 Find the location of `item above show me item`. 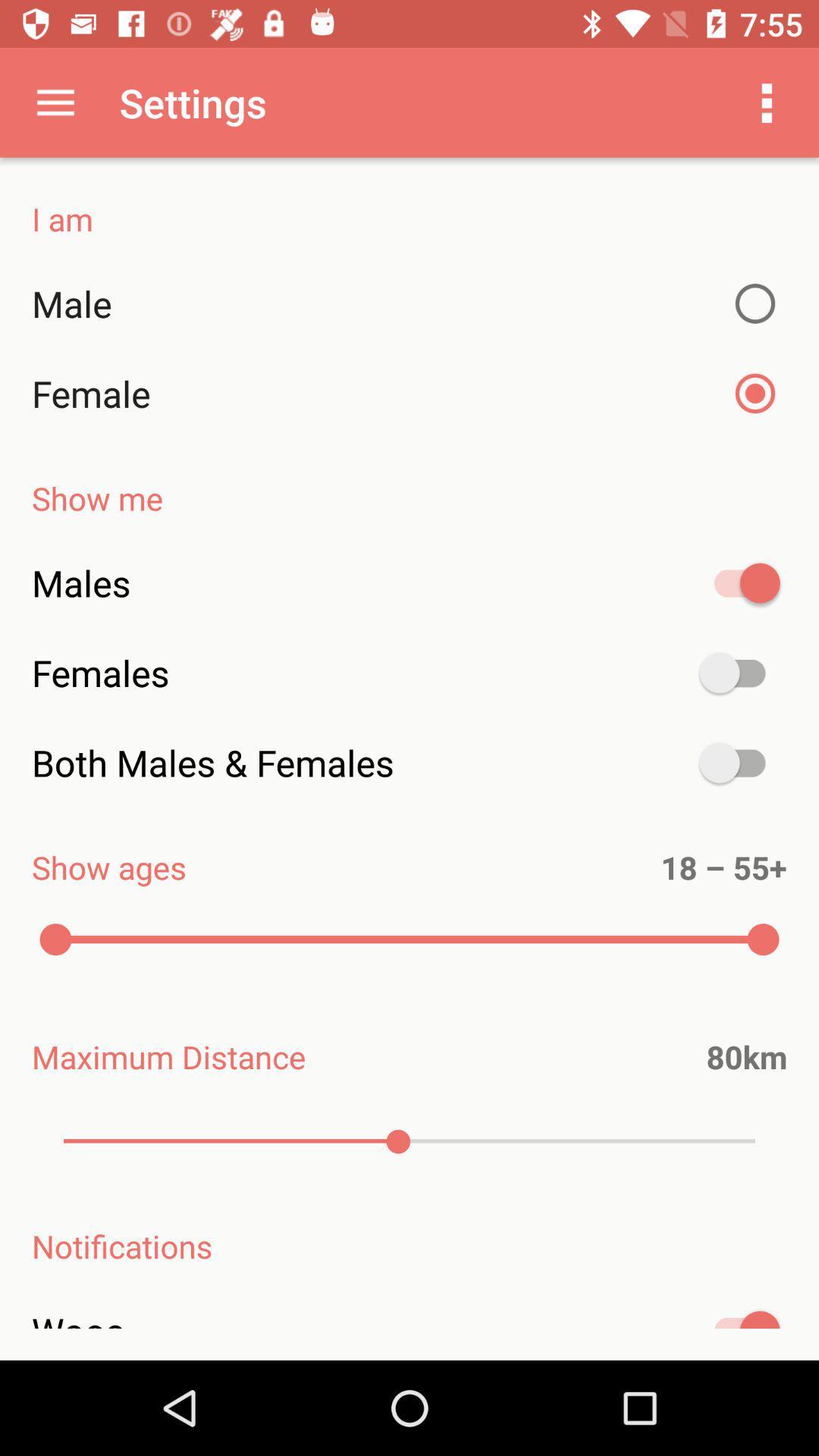

item above show me item is located at coordinates (409, 394).